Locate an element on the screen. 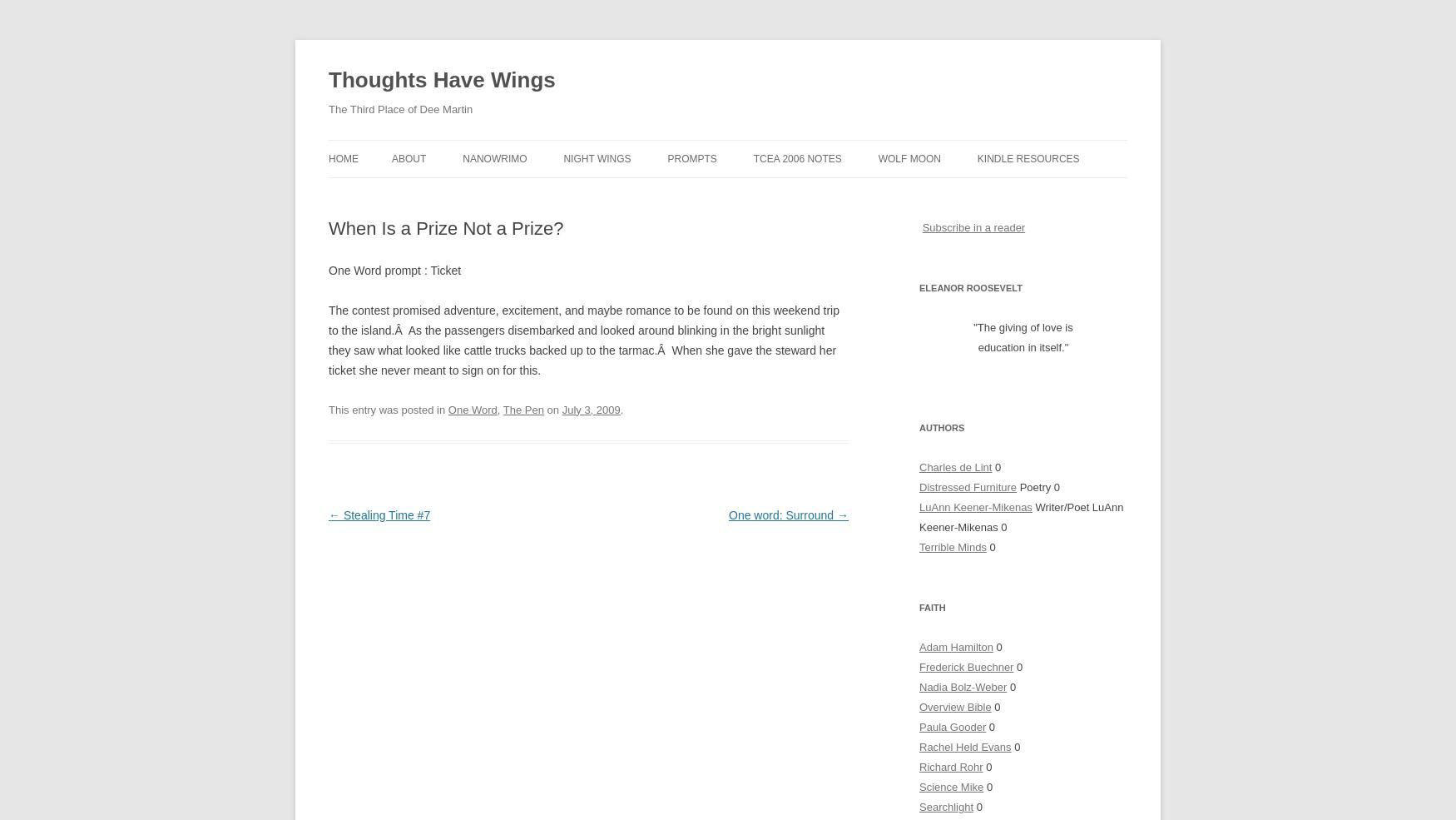  'Home' is located at coordinates (343, 158).